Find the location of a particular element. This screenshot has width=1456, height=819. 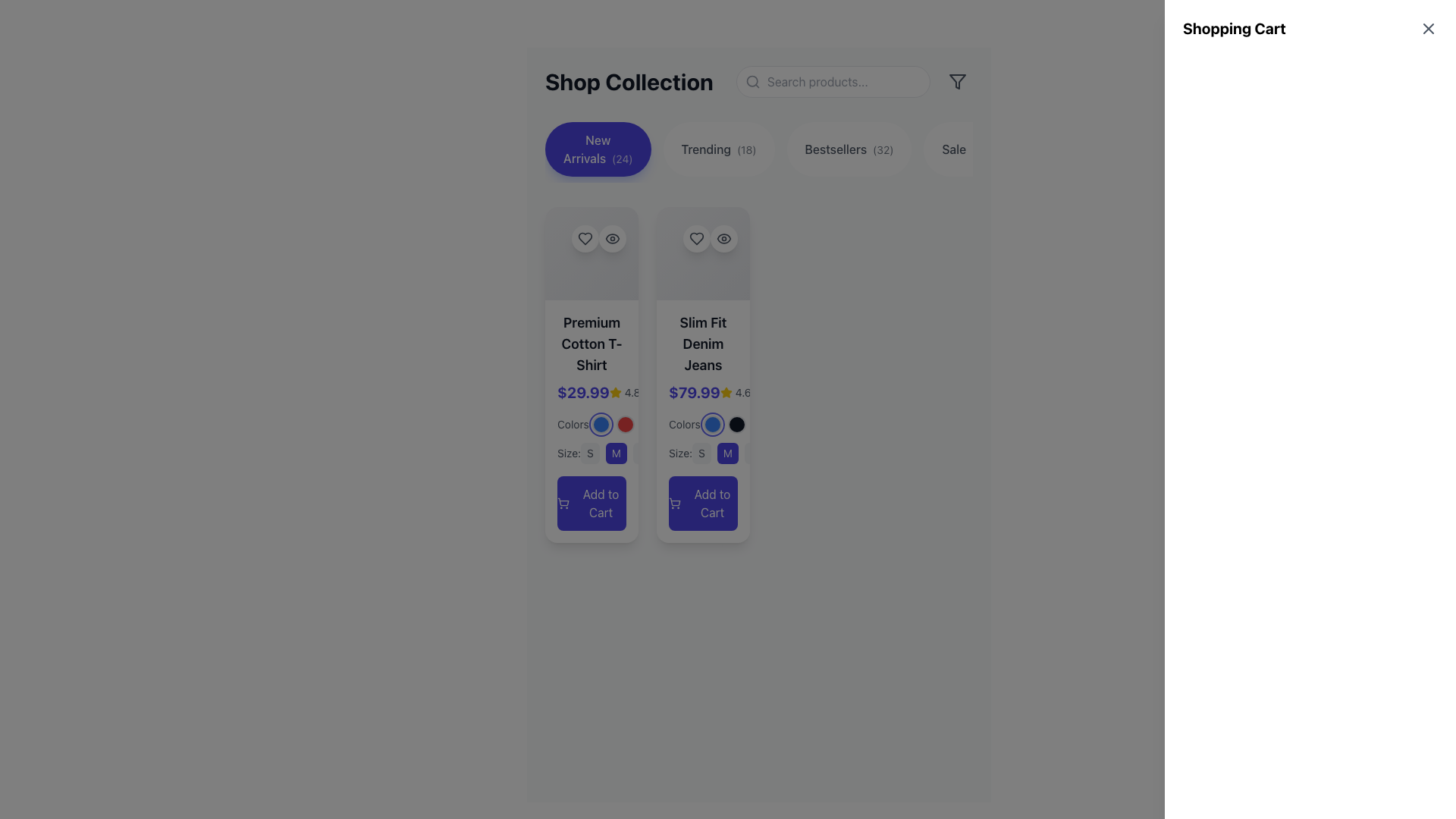

text labeled 'Sale' located within a button-like component on the right-hand side of the category bar is located at coordinates (953, 149).